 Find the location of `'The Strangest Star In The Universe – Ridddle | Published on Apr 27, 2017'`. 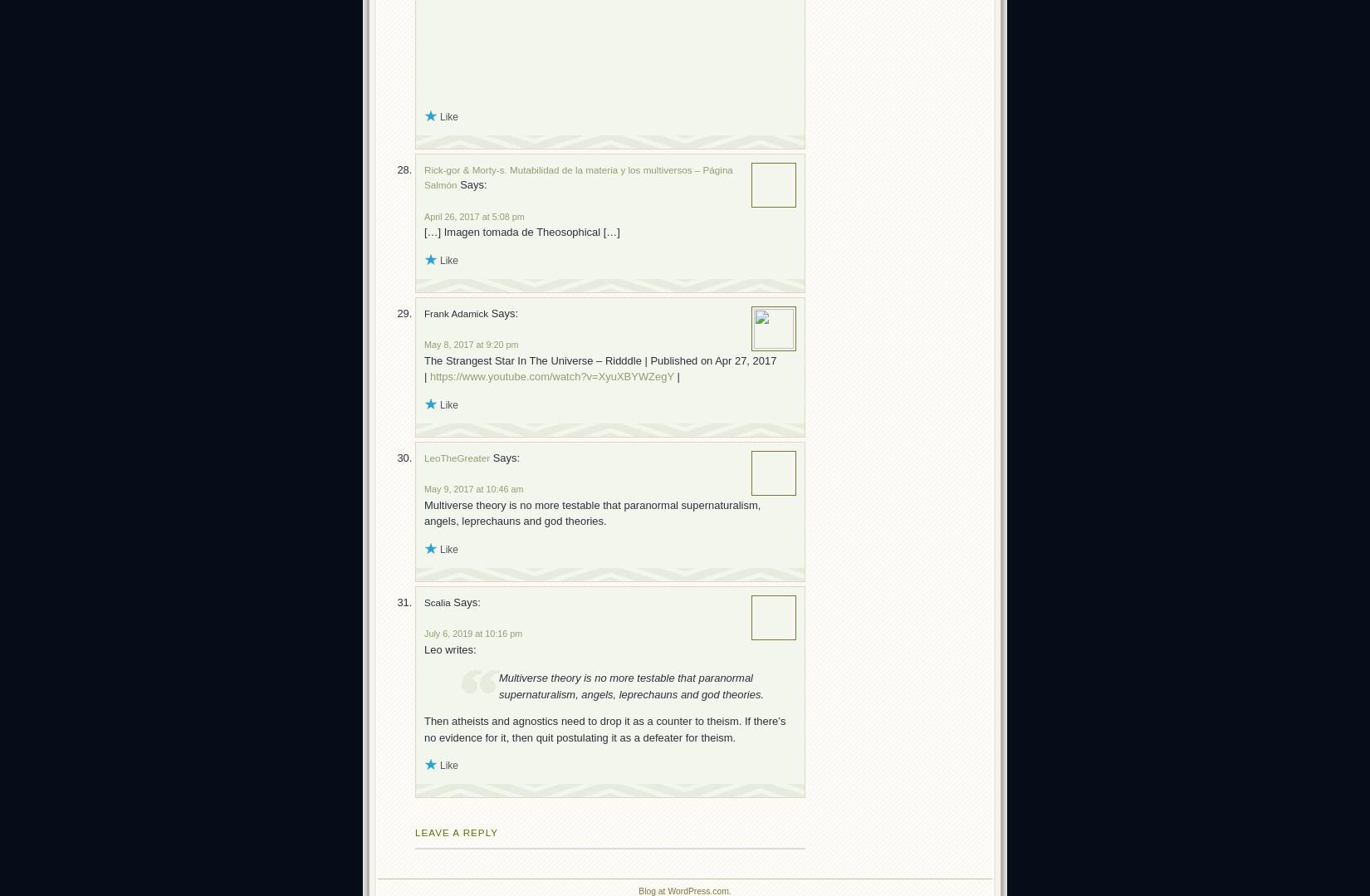

'The Strangest Star In The Universe – Ridddle | Published on Apr 27, 2017' is located at coordinates (599, 360).